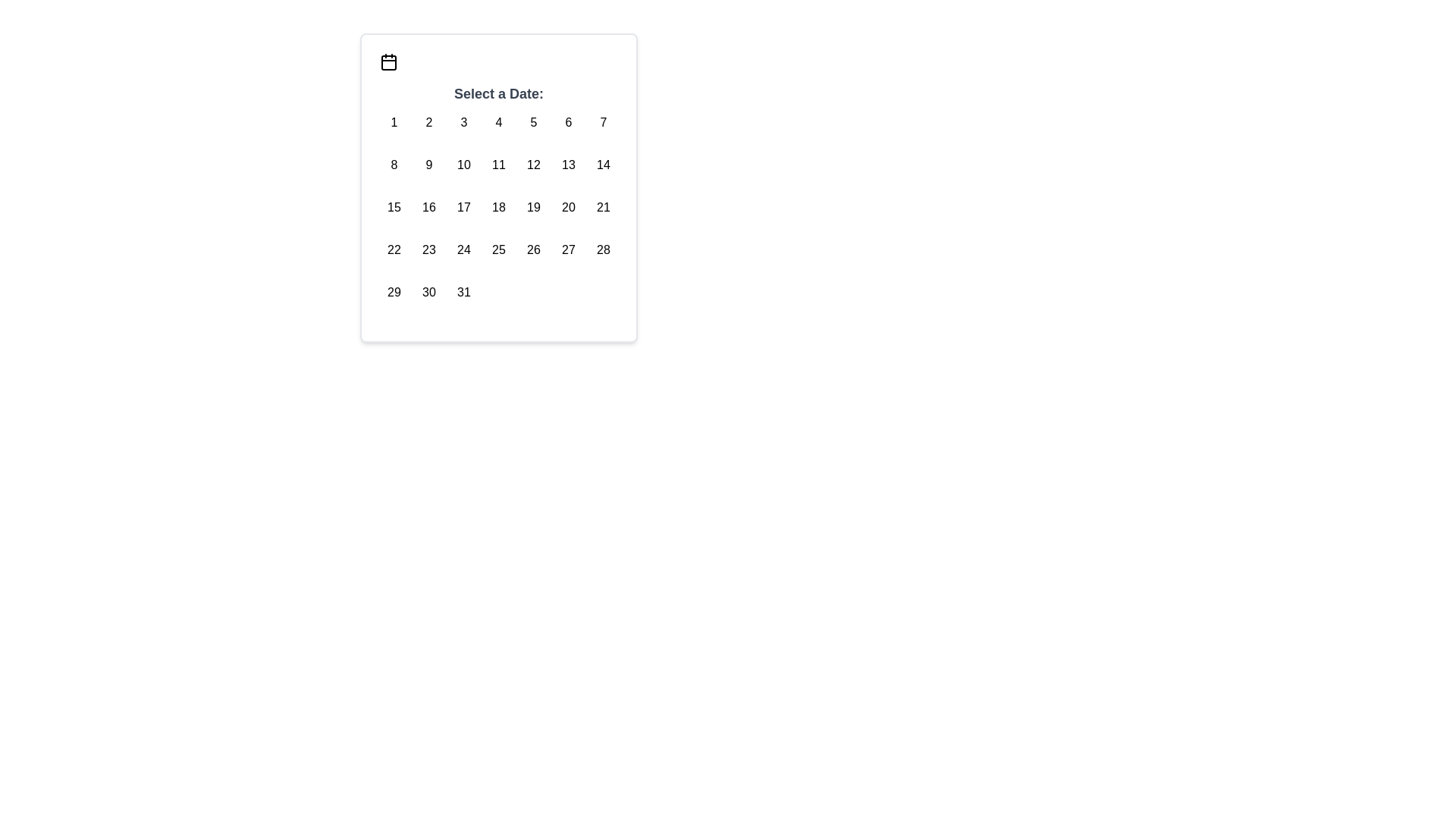  Describe the element at coordinates (394, 122) in the screenshot. I see `the circular button labeled '1'` at that location.